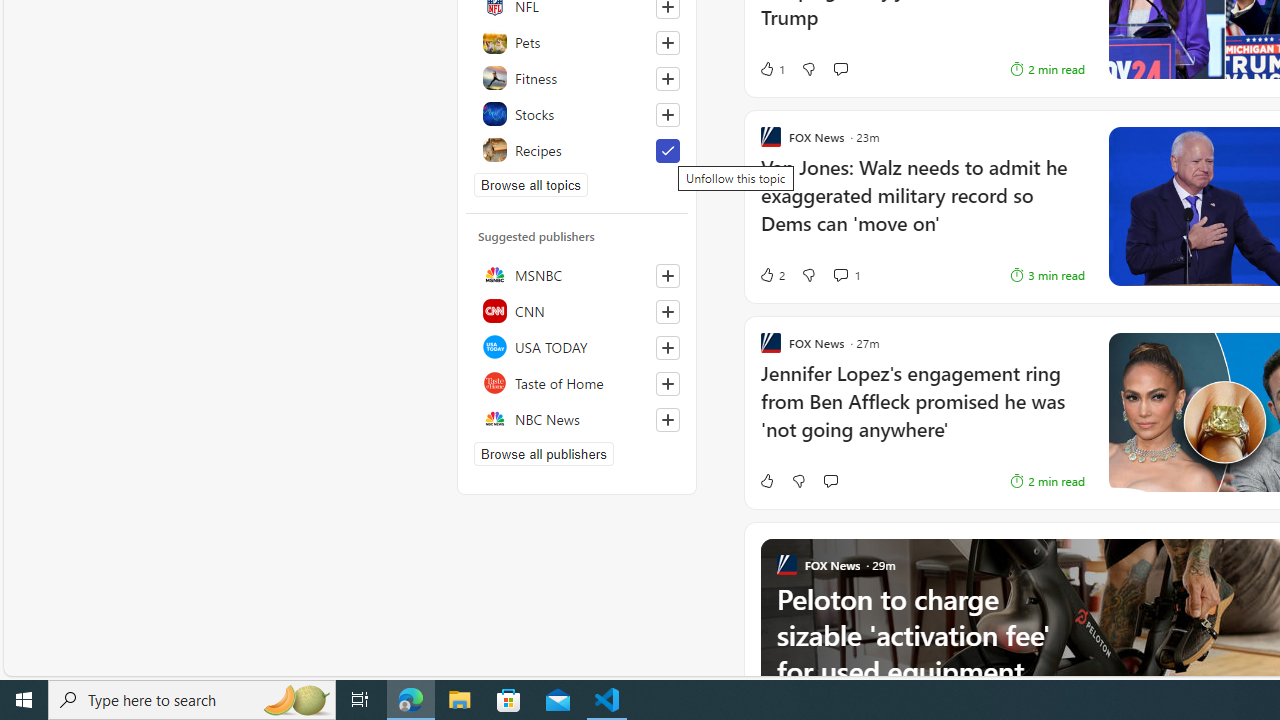 The image size is (1280, 720). I want to click on 'Fitness', so click(576, 77).